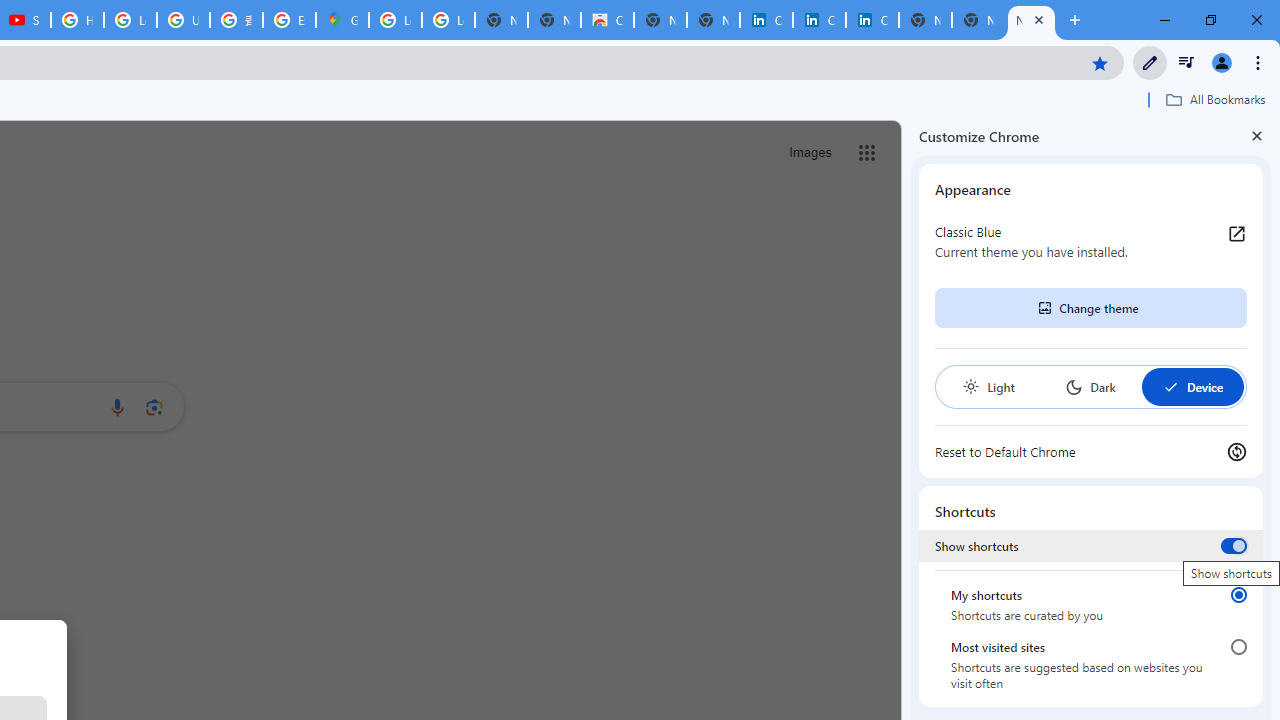 This screenshot has width=1280, height=720. What do you see at coordinates (342, 20) in the screenshot?
I see `'Google Maps'` at bounding box center [342, 20].